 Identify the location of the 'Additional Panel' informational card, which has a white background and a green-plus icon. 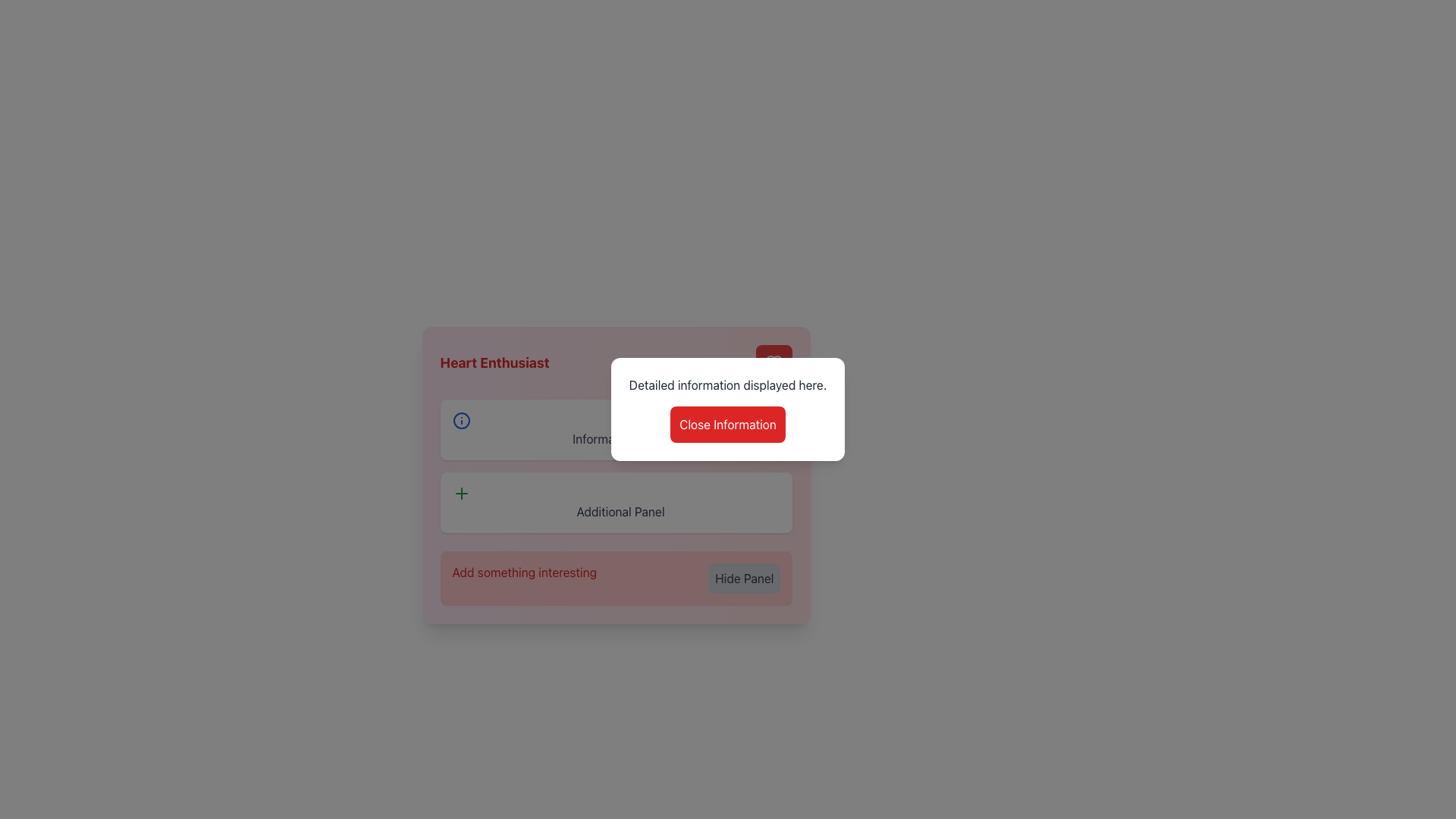
(616, 503).